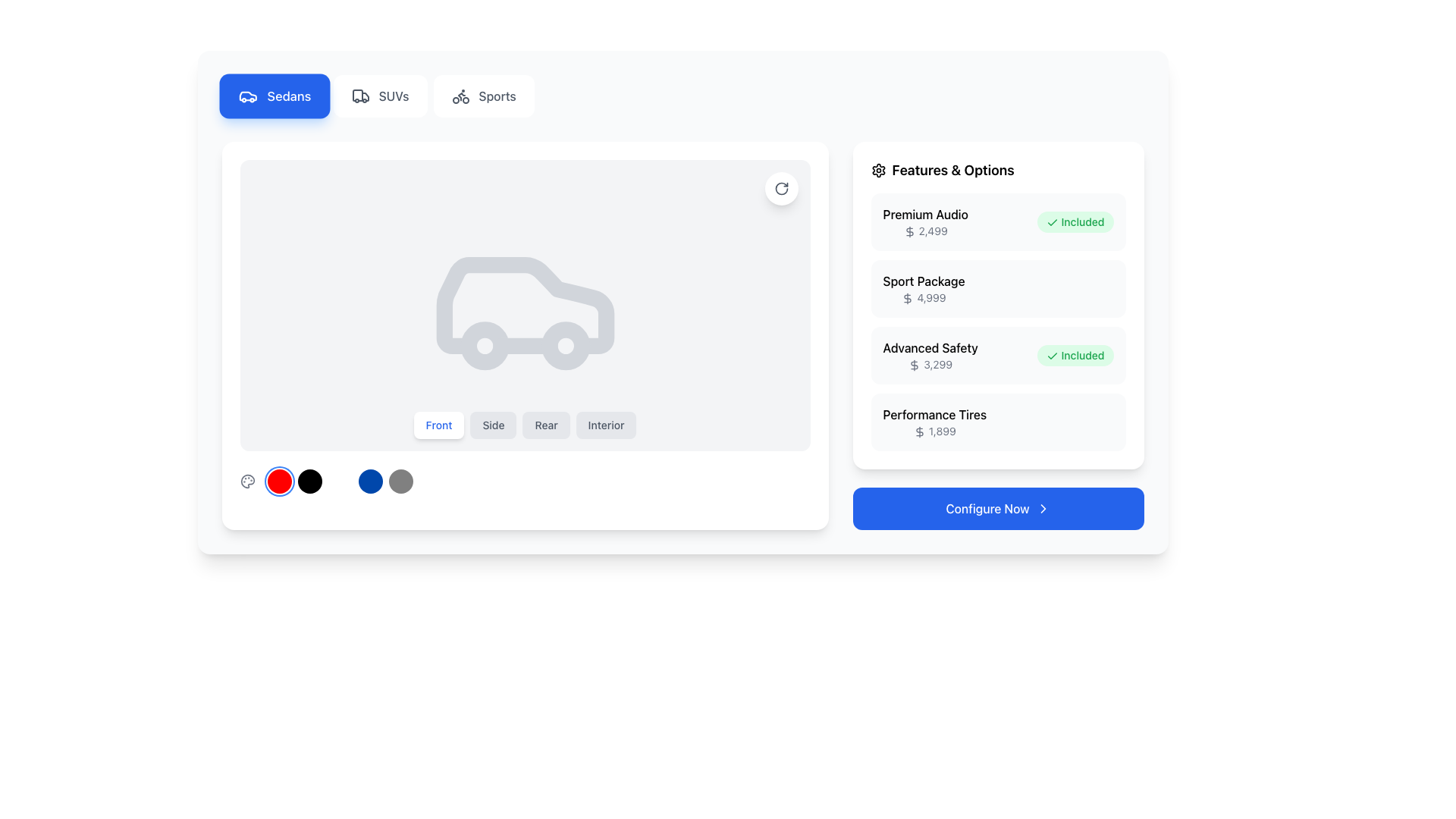  I want to click on the fifth circular button located at the bottom-left section of the layout, which is used for changing or selecting an attribute, so click(400, 482).